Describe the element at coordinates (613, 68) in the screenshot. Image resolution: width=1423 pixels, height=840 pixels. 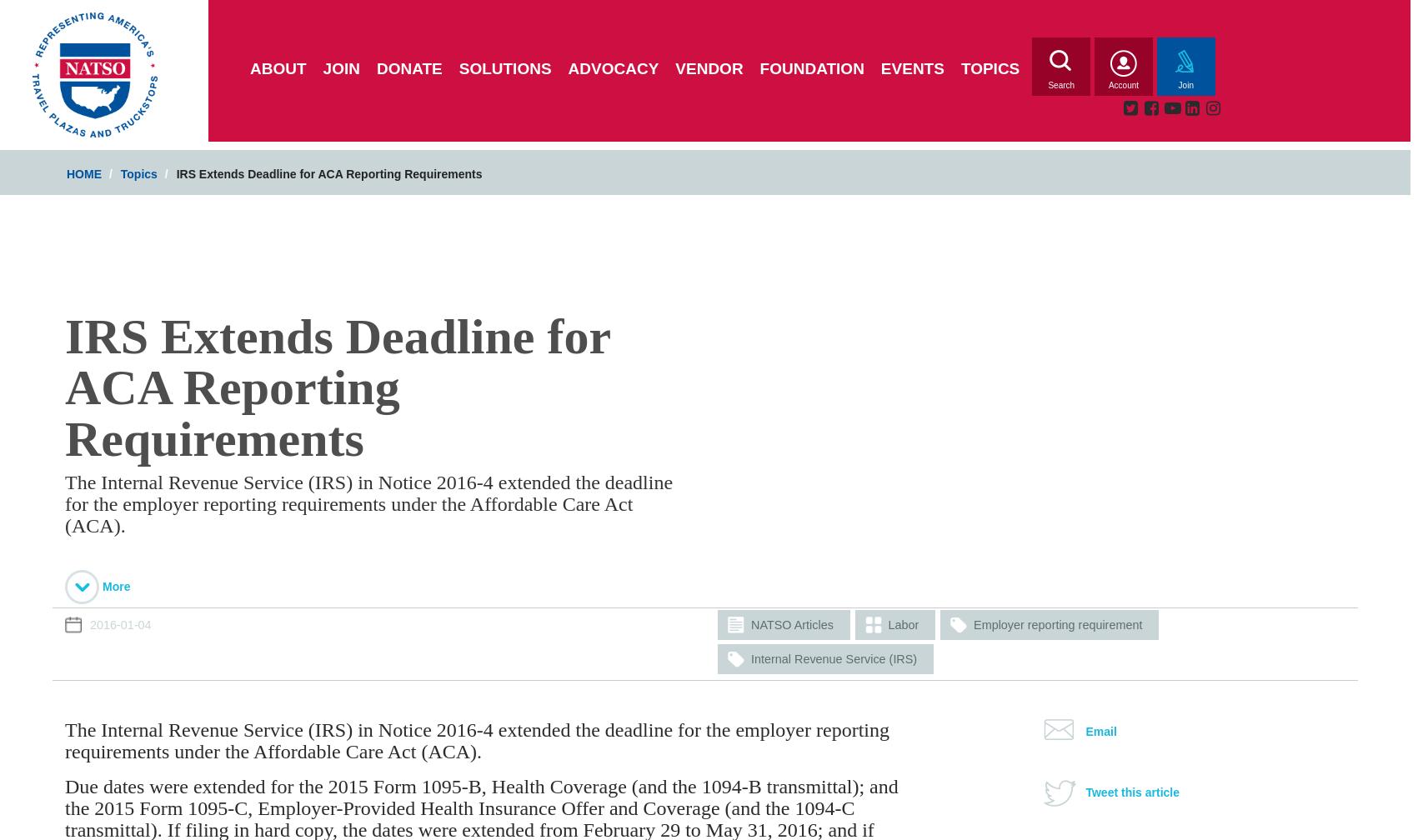
I see `'Advocacy'` at that location.